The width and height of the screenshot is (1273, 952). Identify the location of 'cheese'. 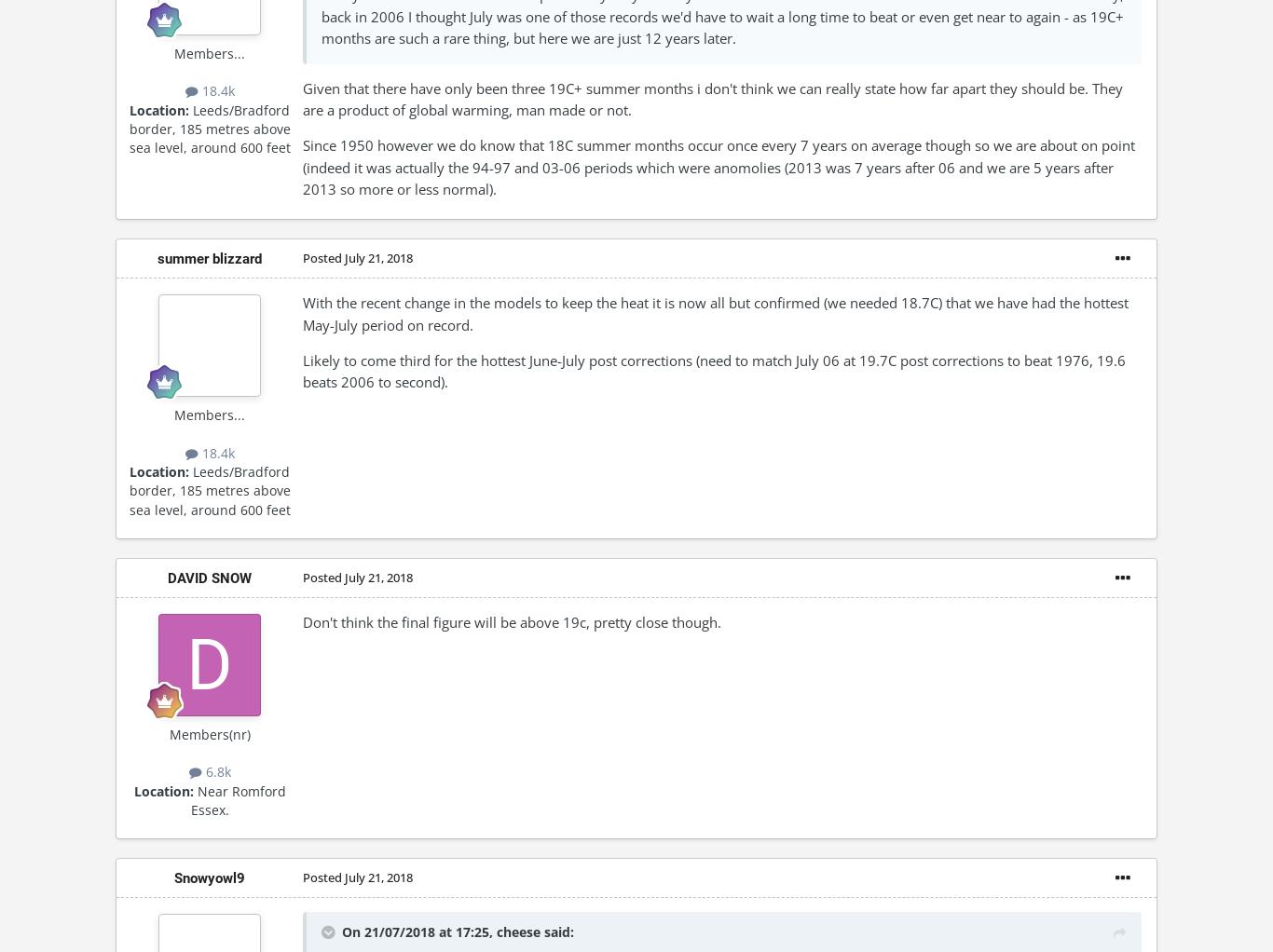
(497, 932).